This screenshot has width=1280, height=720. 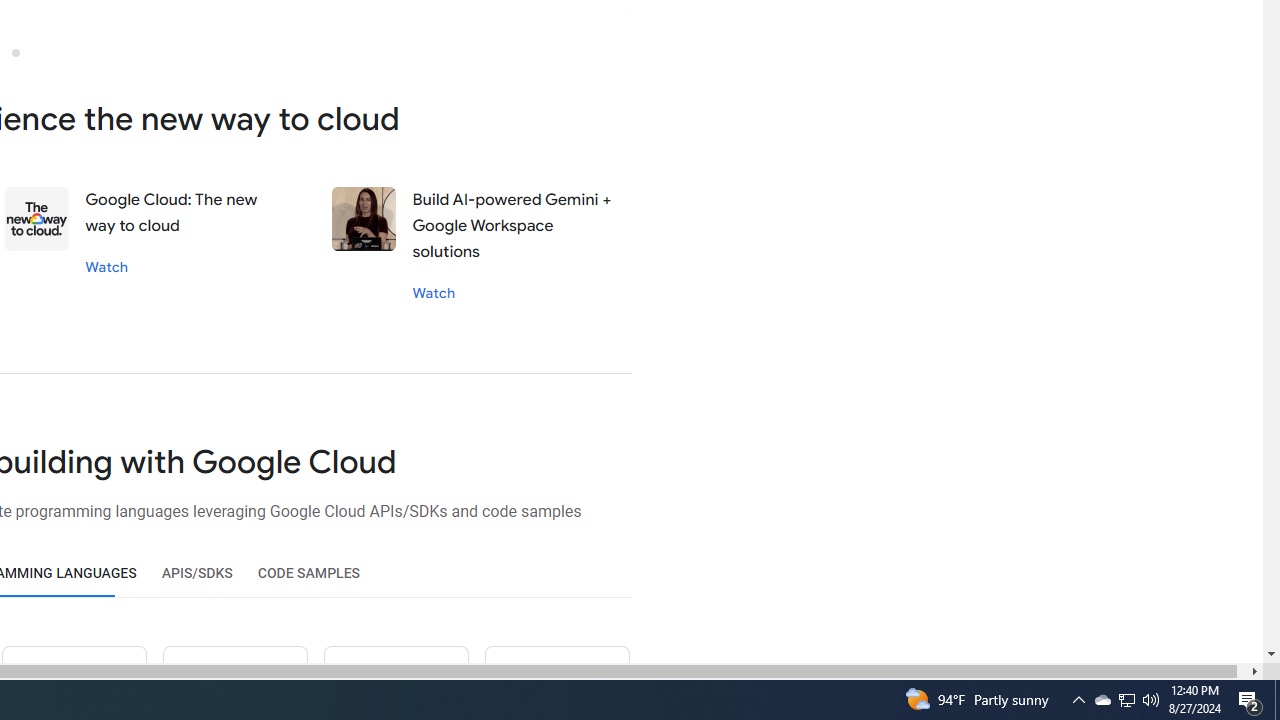 What do you see at coordinates (15, 51) in the screenshot?
I see `'Slide 3'` at bounding box center [15, 51].